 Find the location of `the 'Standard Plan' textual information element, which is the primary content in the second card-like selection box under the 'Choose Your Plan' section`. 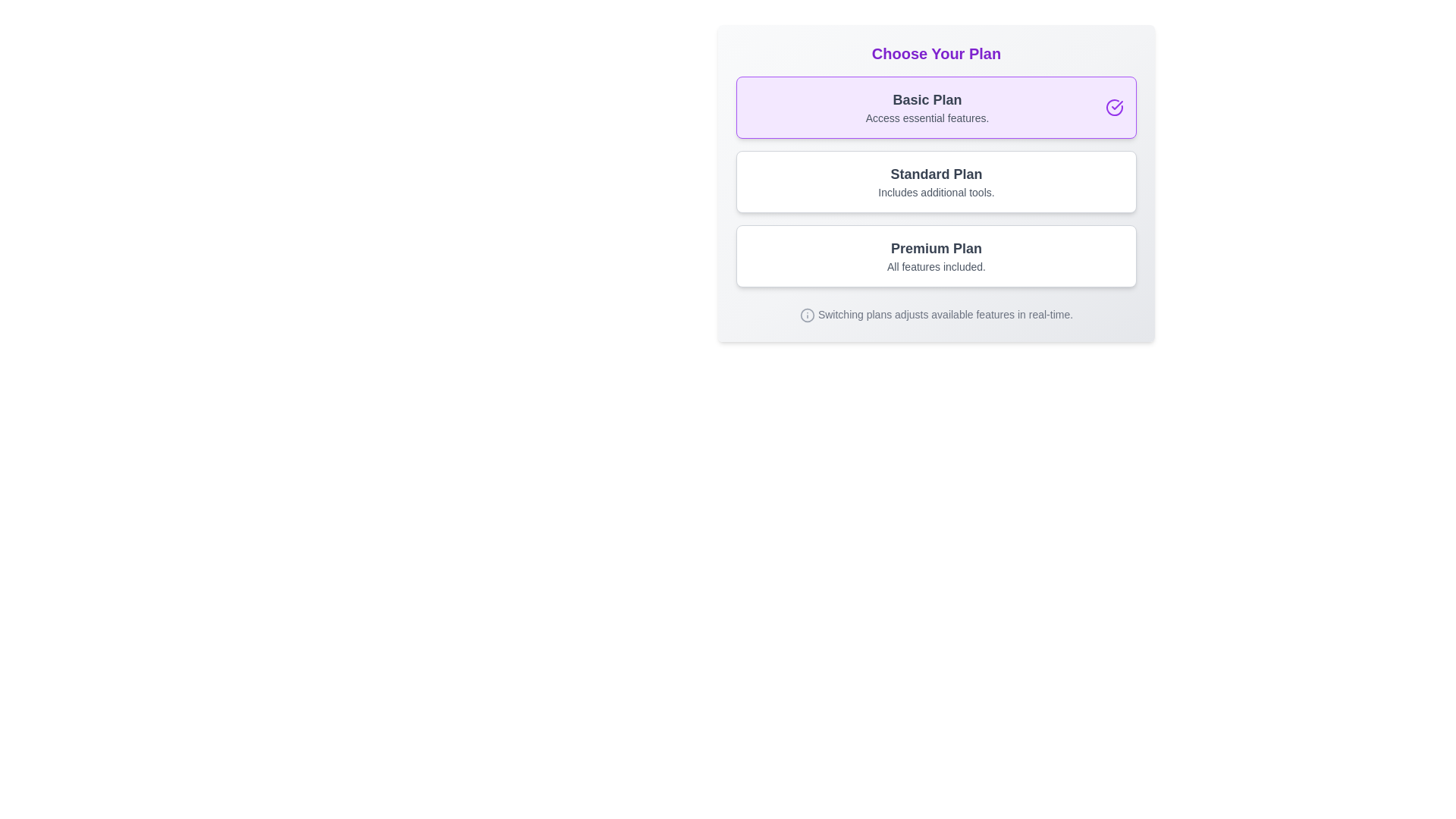

the 'Standard Plan' textual information element, which is the primary content in the second card-like selection box under the 'Choose Your Plan' section is located at coordinates (935, 180).